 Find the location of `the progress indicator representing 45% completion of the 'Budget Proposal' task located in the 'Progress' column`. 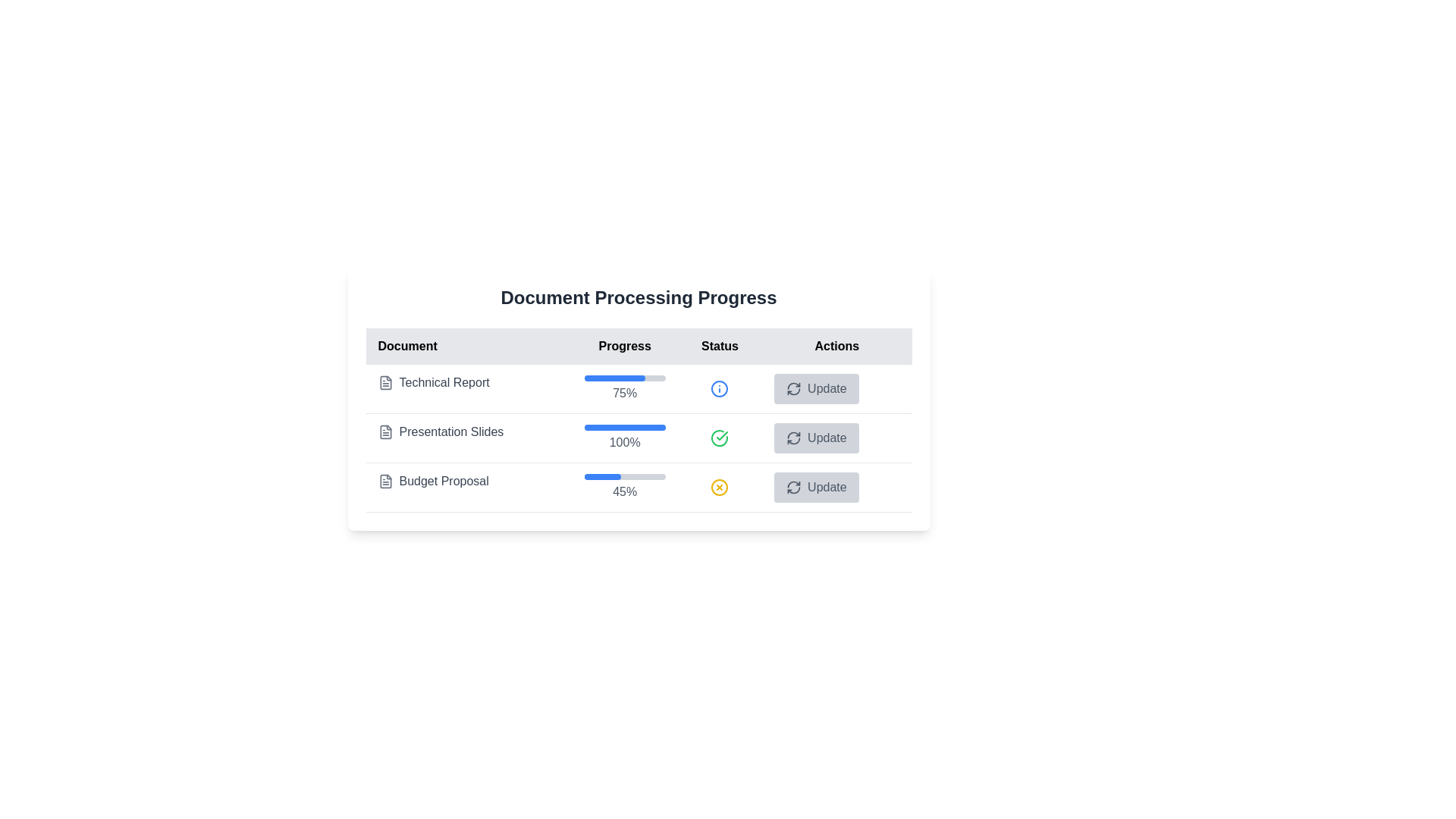

the progress indicator representing 45% completion of the 'Budget Proposal' task located in the 'Progress' column is located at coordinates (601, 475).